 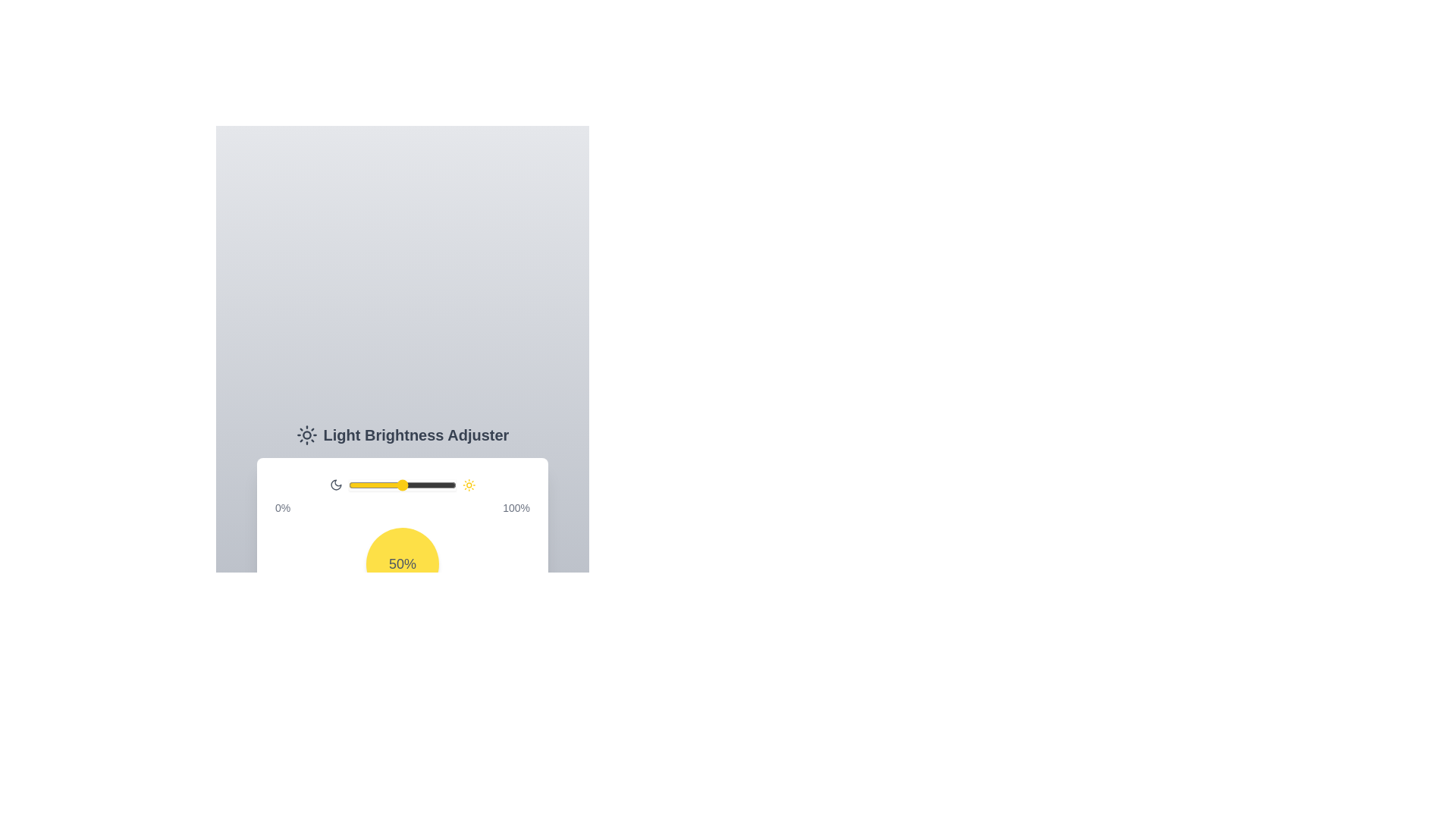 I want to click on the brightness to 50%, so click(x=403, y=485).